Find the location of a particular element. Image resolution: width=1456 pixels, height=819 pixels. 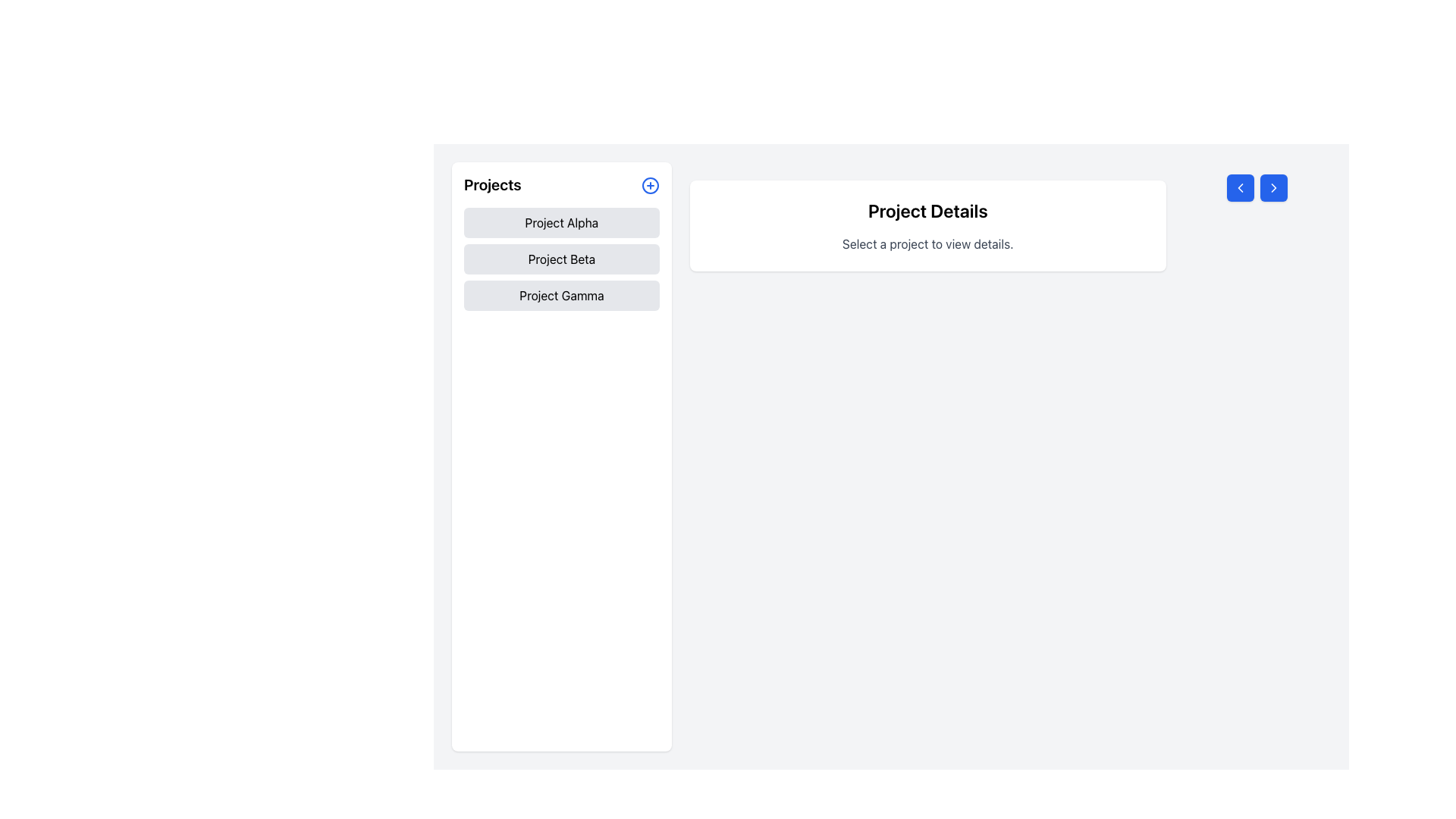

the 'Project Gamma' button, which is a rectangular button with rounded corners and a light gray background, located in the 'Projects' section beneath 'Project Beta' is located at coordinates (560, 295).